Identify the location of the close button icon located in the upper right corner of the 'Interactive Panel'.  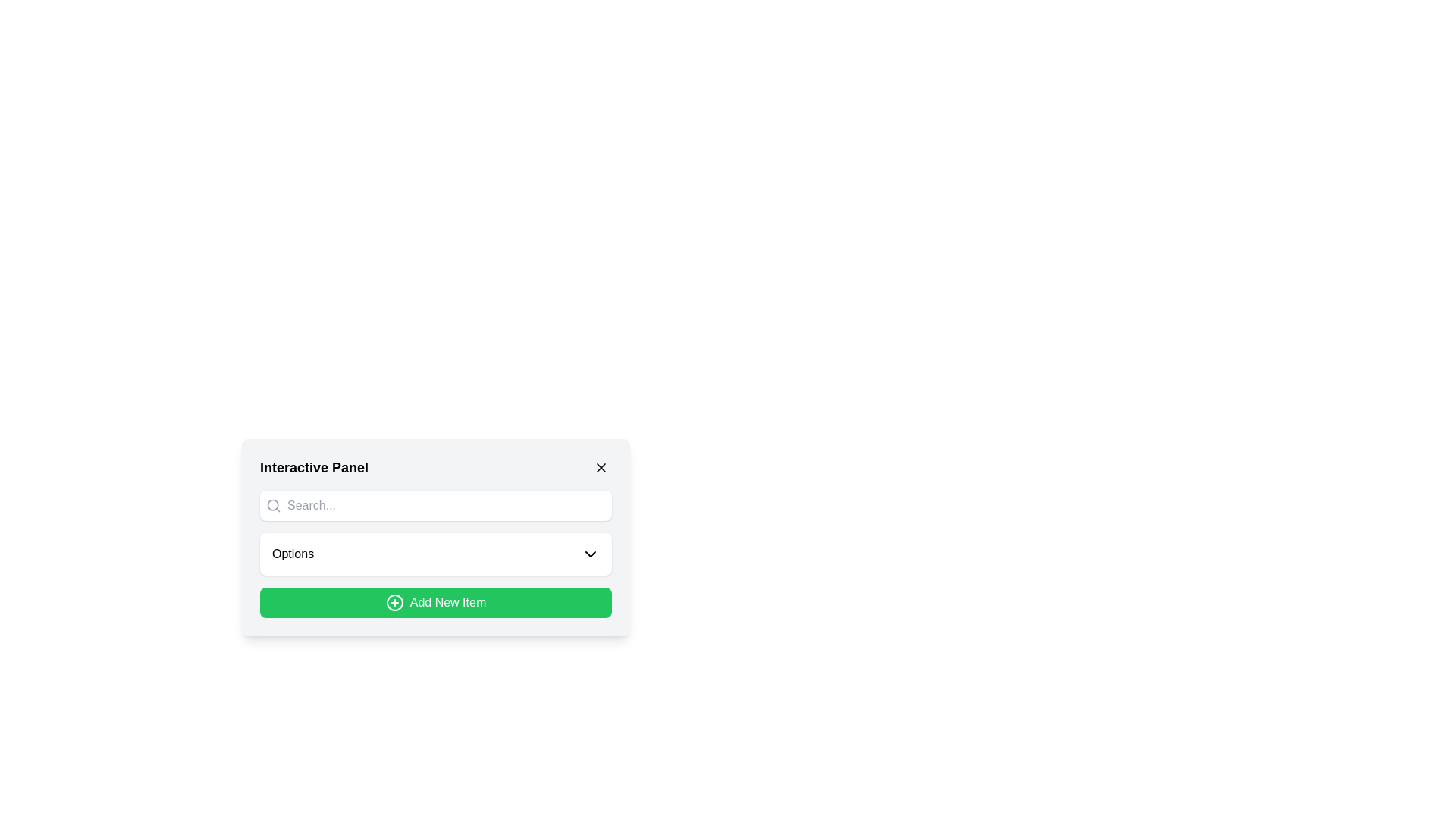
(600, 467).